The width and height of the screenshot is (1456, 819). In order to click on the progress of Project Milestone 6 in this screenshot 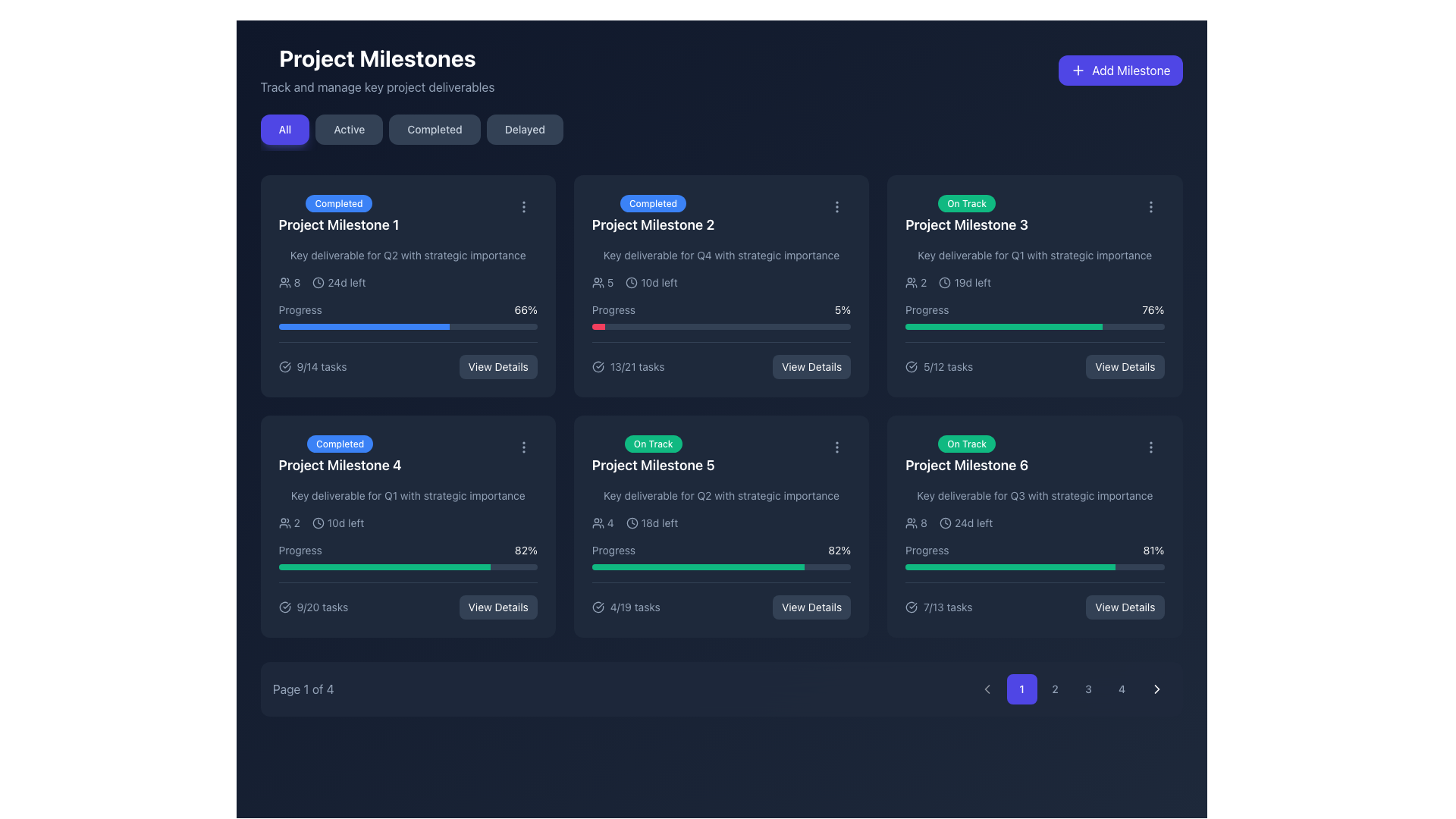, I will do `click(1084, 567)`.